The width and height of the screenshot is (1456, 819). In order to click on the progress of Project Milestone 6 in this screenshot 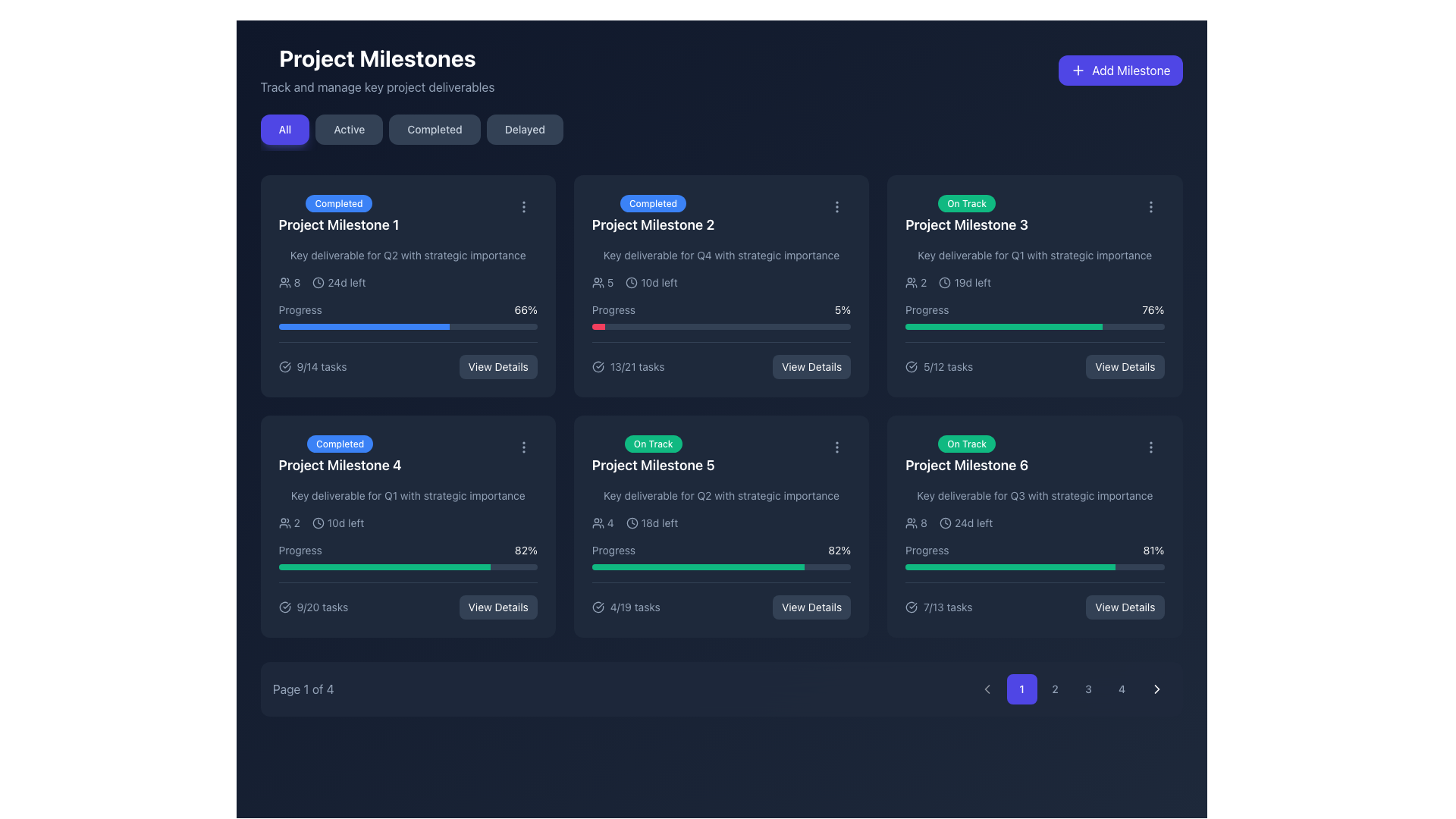, I will do `click(1084, 567)`.